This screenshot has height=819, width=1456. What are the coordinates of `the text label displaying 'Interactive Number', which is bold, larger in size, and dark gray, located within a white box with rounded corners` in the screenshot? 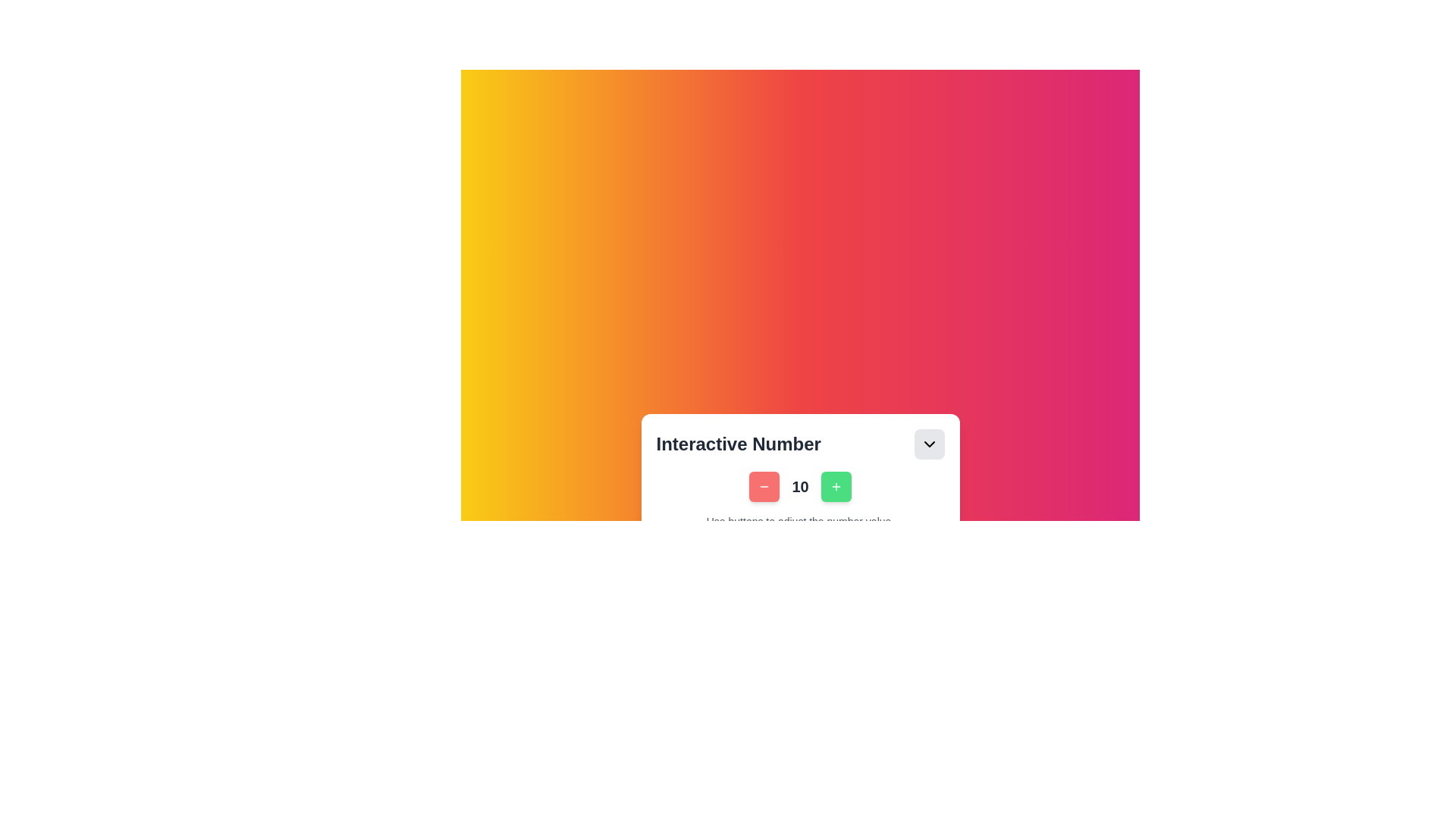 It's located at (739, 444).